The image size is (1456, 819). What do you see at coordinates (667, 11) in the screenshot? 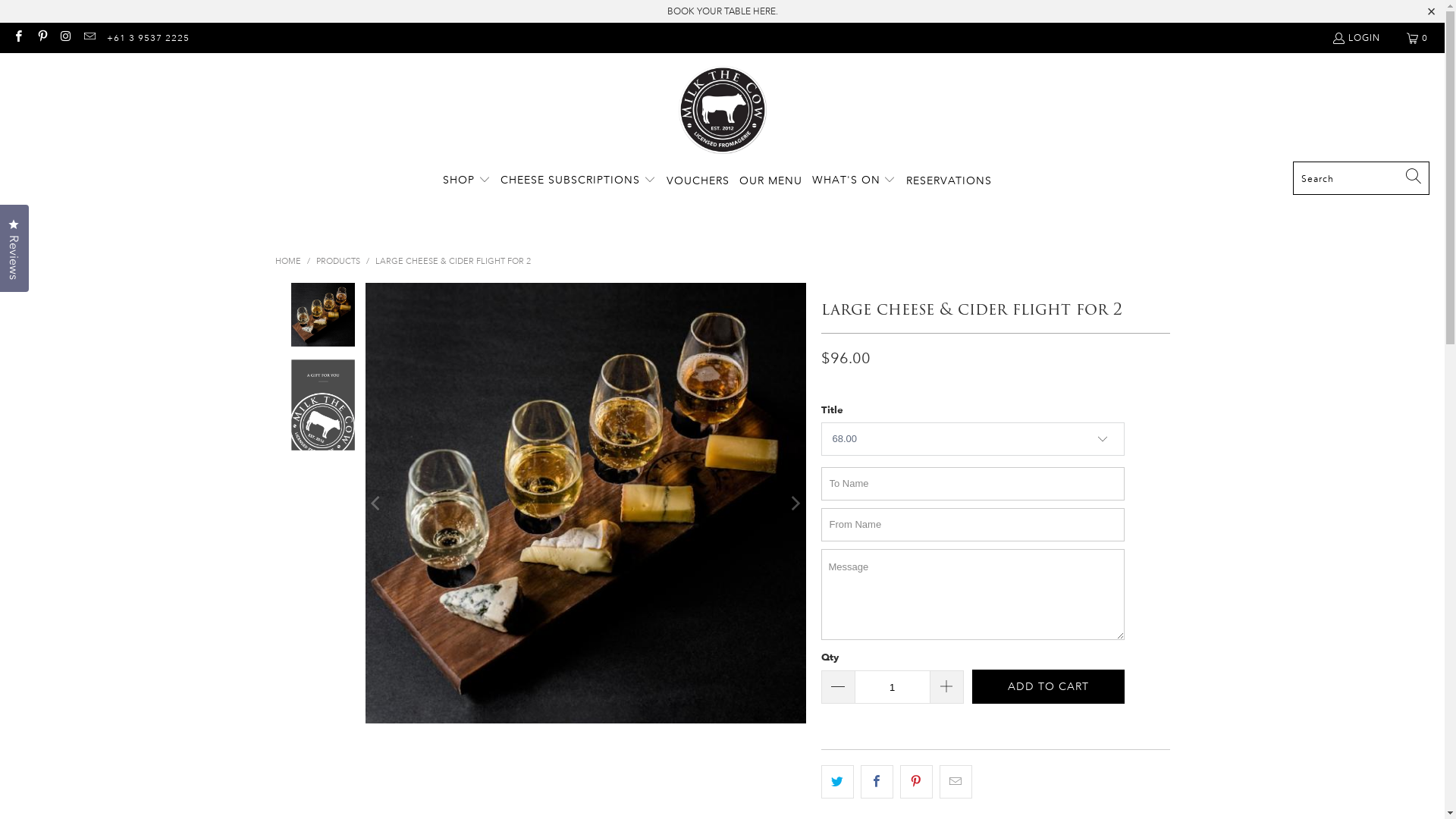
I see `'BOOK YOUR TABLE HERE.'` at bounding box center [667, 11].